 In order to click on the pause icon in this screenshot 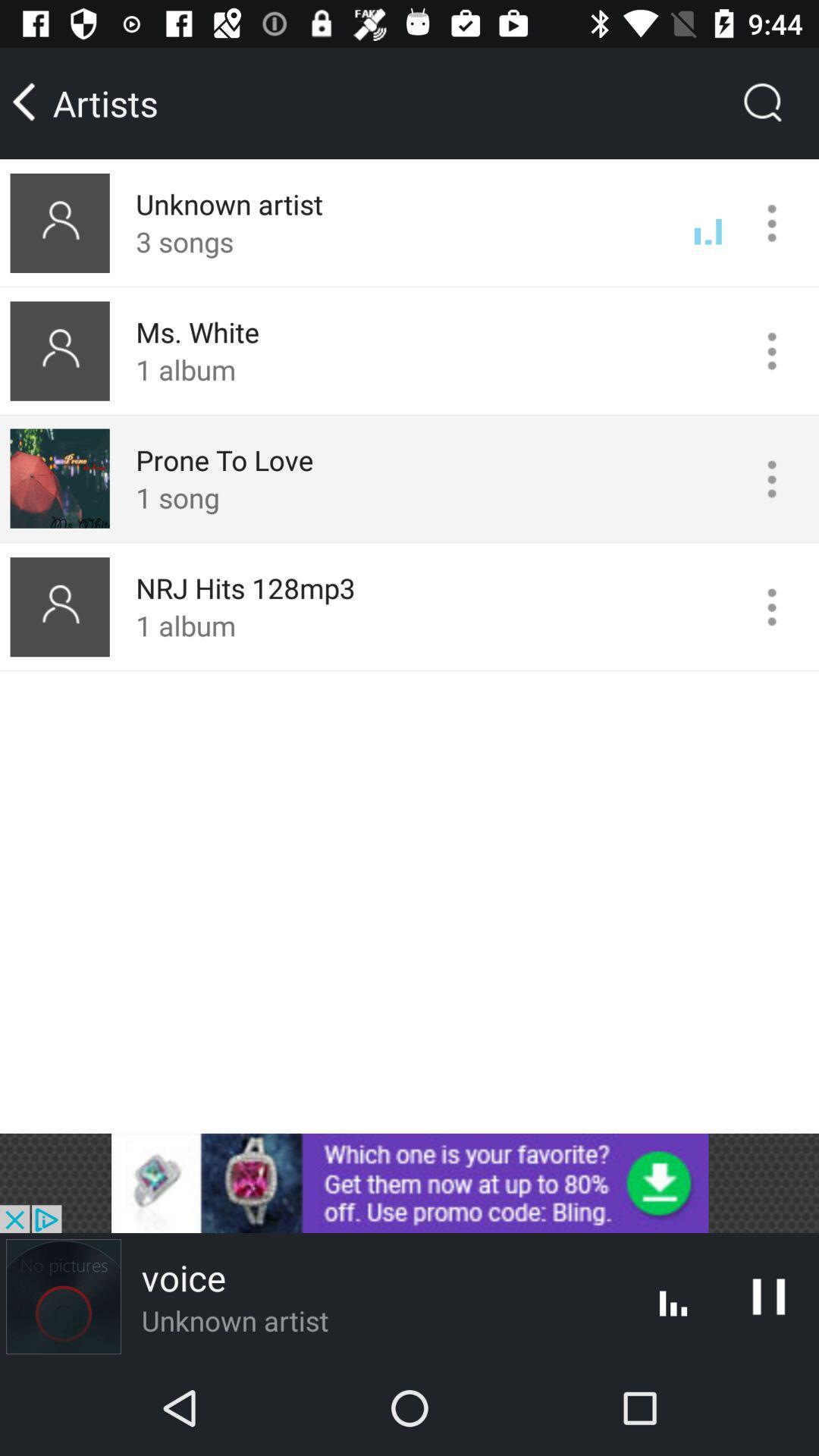, I will do `click(769, 1295)`.